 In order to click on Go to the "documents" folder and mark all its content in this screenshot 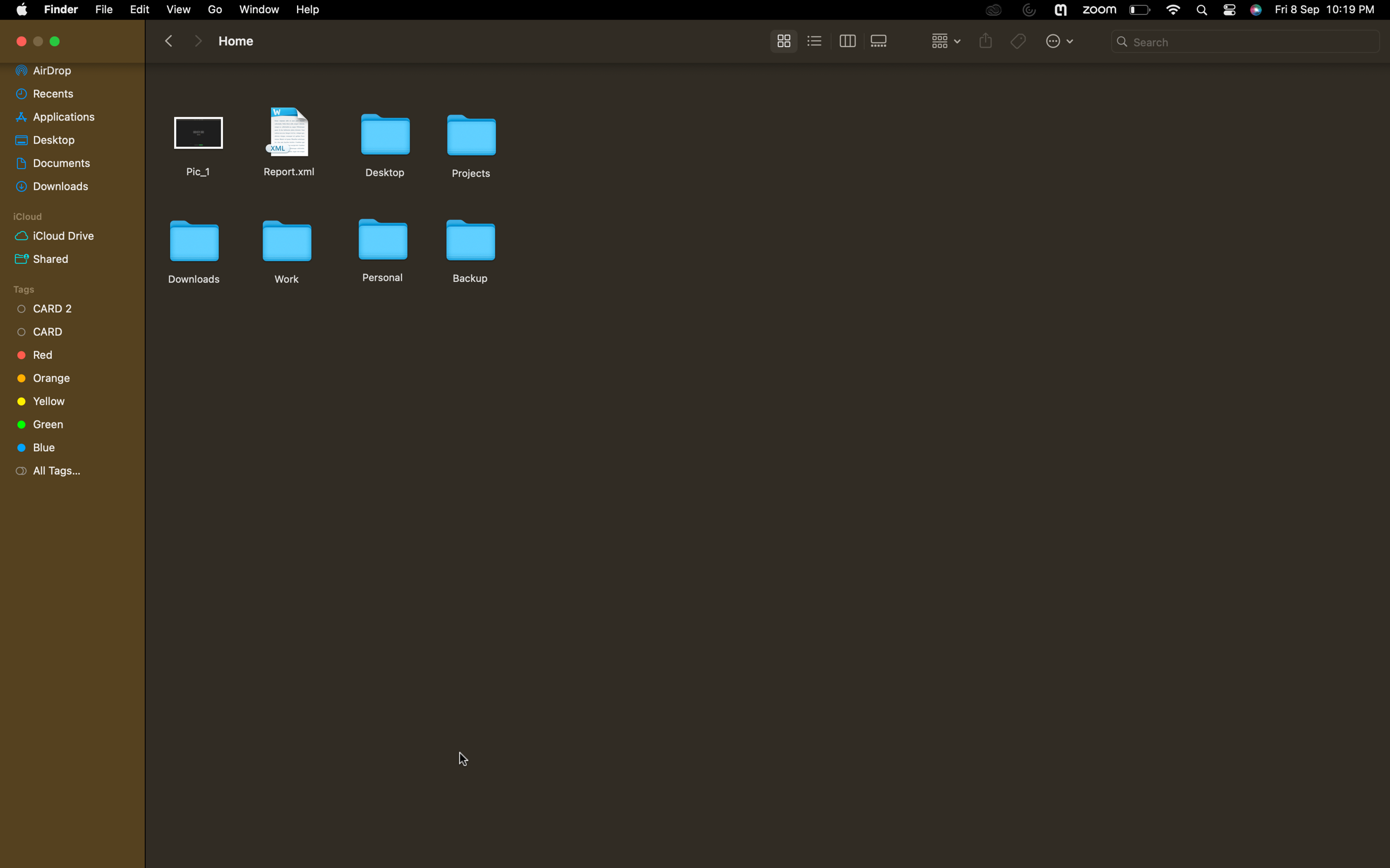, I will do `click(68, 160)`.